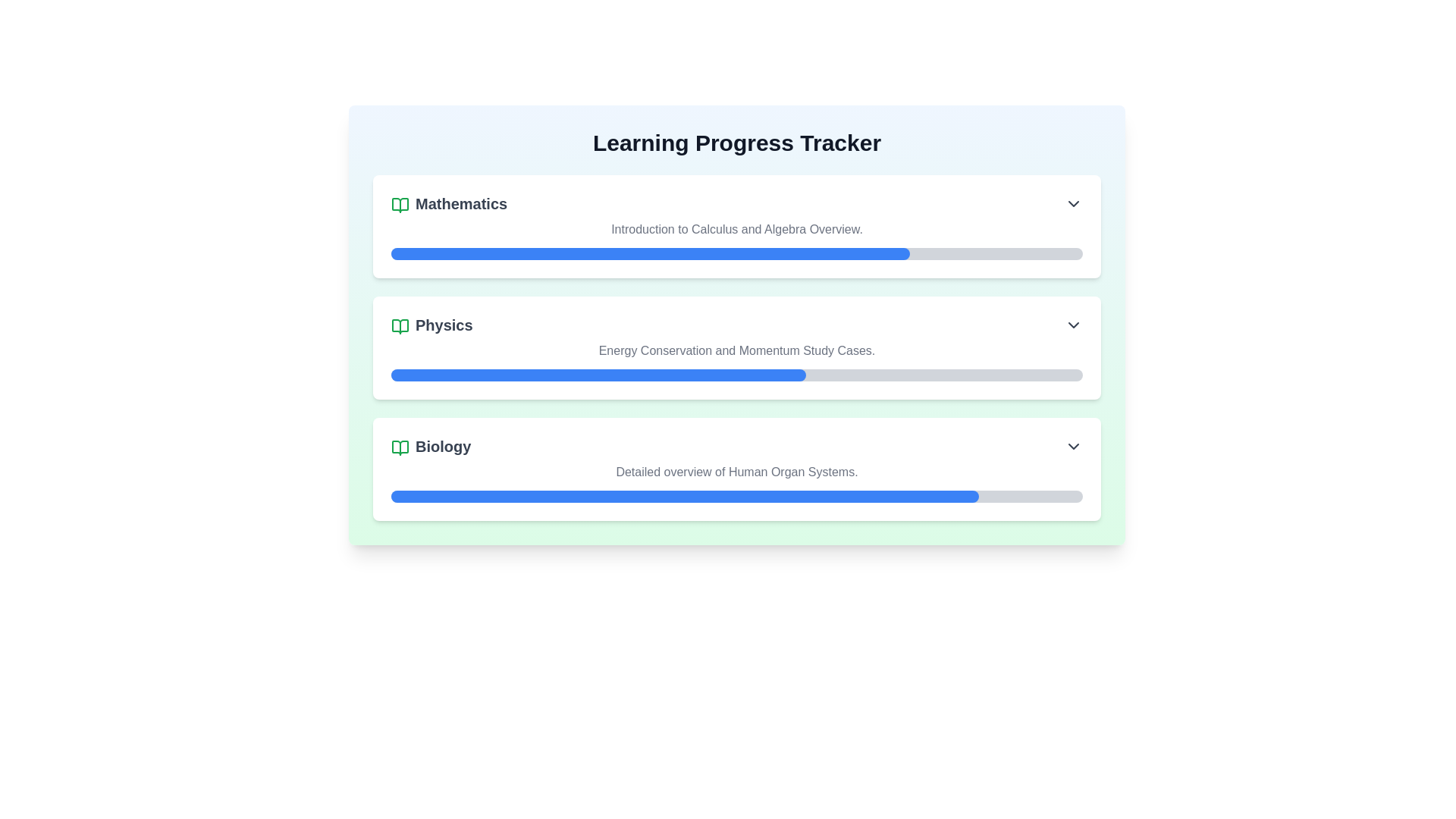 Image resolution: width=1456 pixels, height=819 pixels. What do you see at coordinates (736, 143) in the screenshot?
I see `the title text that serves as the header for the section, which is located at the top of the component above the list of educational topics` at bounding box center [736, 143].